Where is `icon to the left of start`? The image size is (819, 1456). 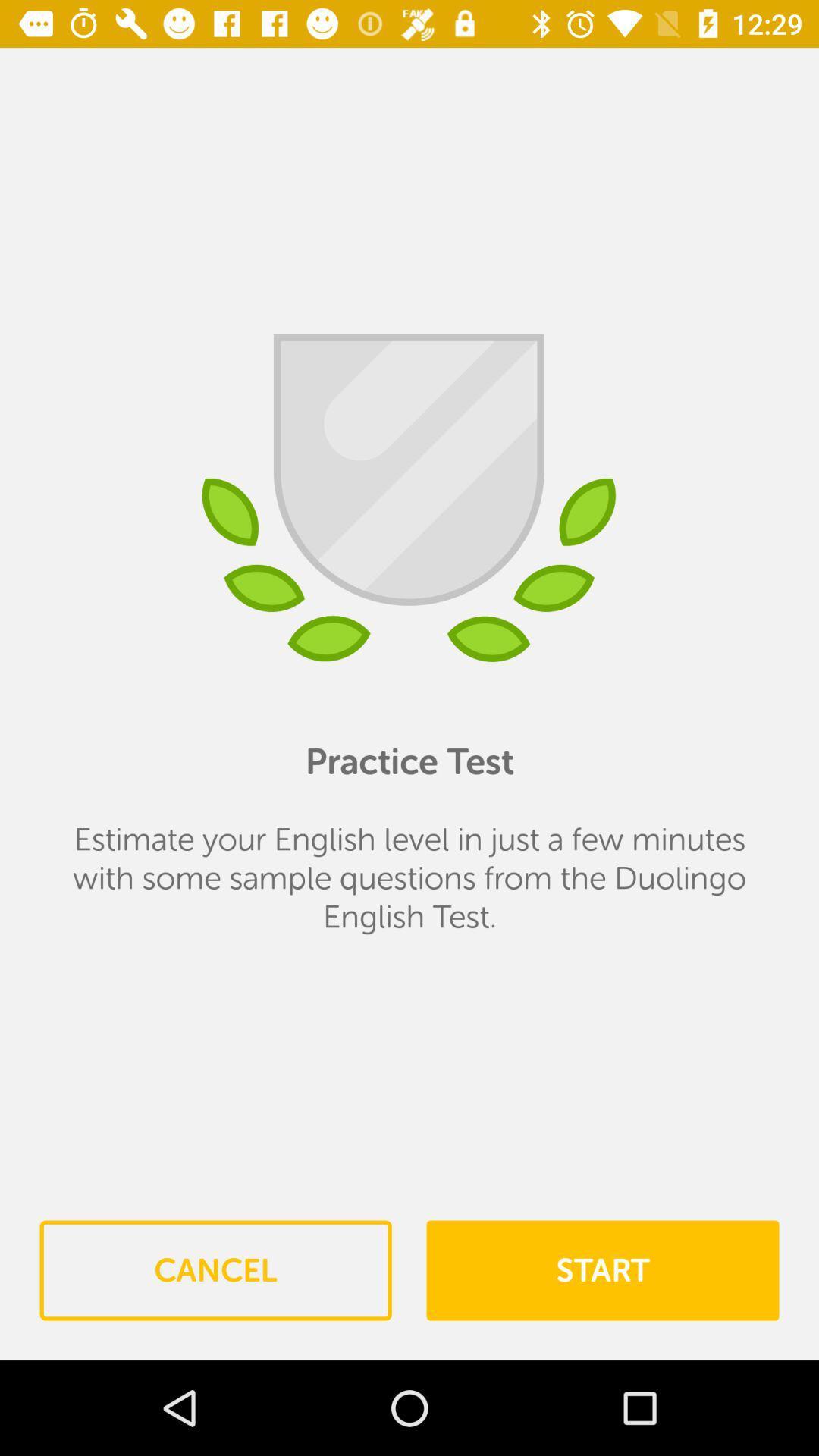 icon to the left of start is located at coordinates (215, 1270).